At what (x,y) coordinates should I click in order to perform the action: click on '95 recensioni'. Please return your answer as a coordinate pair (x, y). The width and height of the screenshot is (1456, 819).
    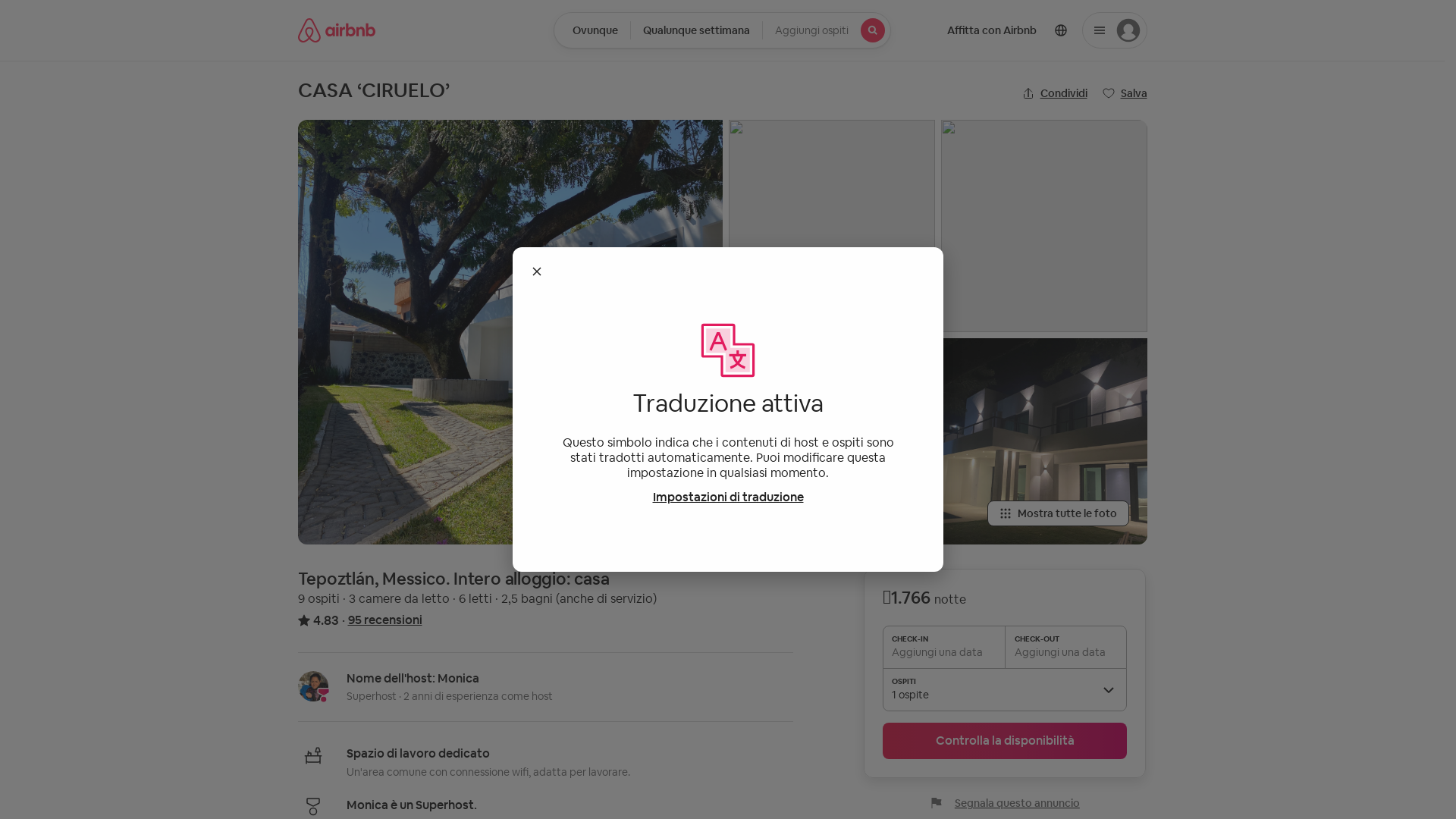
    Looking at the image, I should click on (384, 620).